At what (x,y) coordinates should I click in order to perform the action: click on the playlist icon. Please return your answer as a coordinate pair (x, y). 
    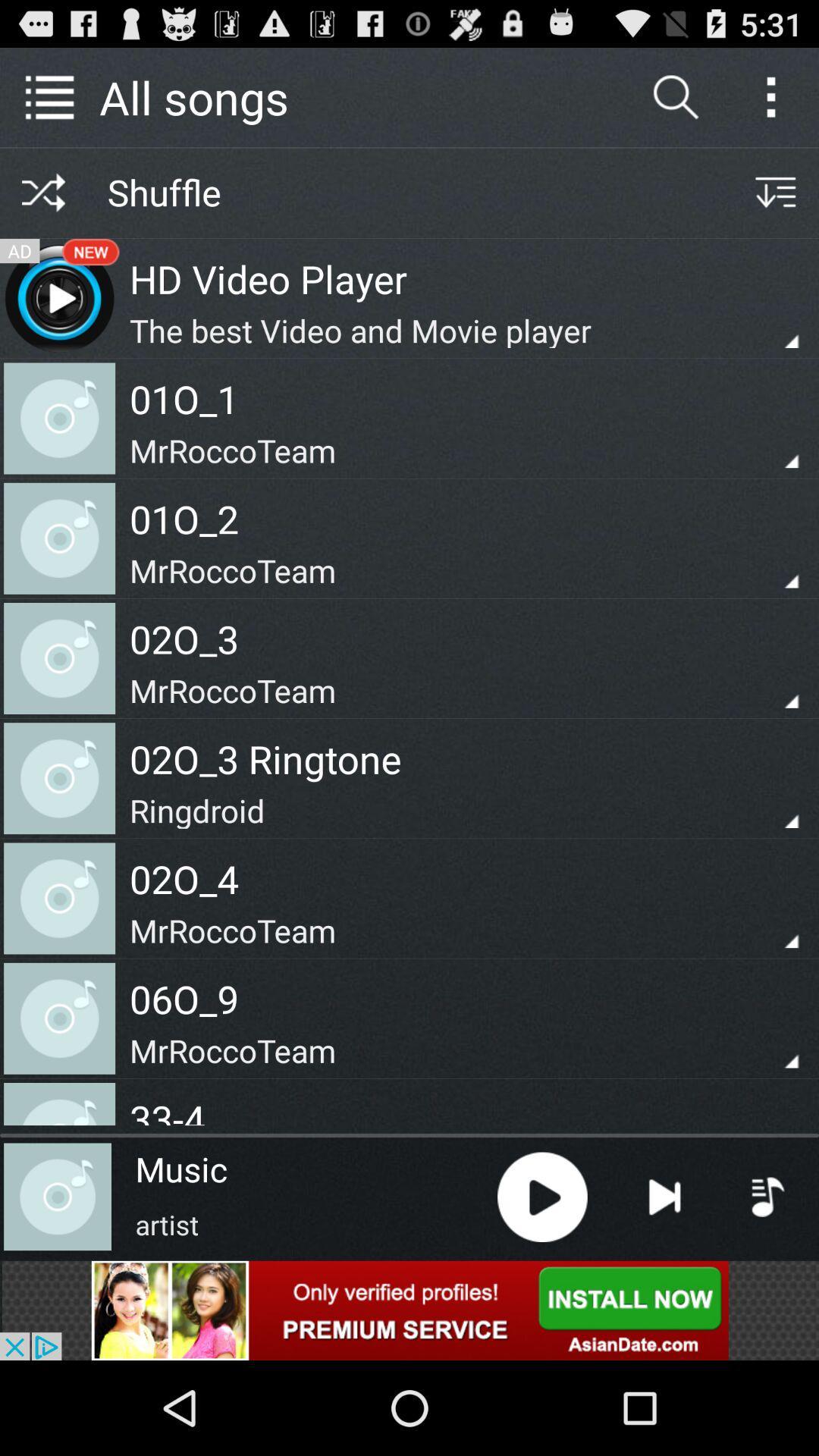
    Looking at the image, I should click on (767, 1280).